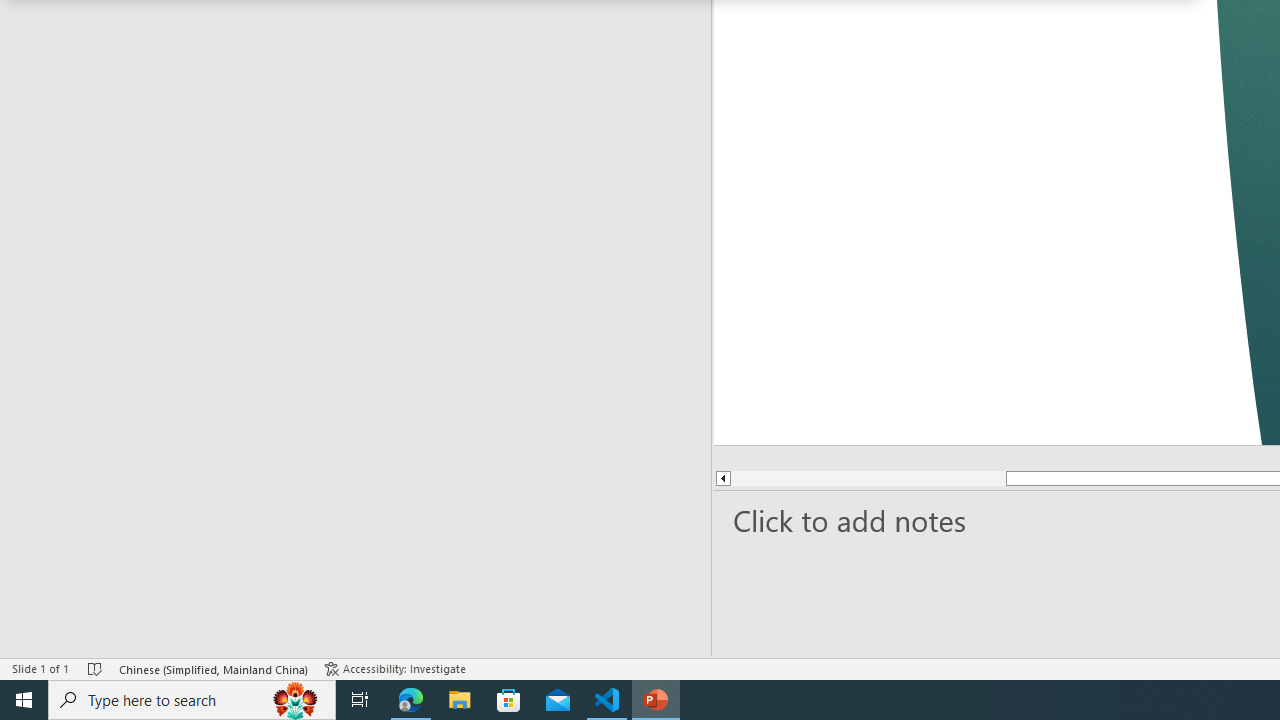 Image resolution: width=1280 pixels, height=720 pixels. I want to click on 'Start', so click(24, 698).